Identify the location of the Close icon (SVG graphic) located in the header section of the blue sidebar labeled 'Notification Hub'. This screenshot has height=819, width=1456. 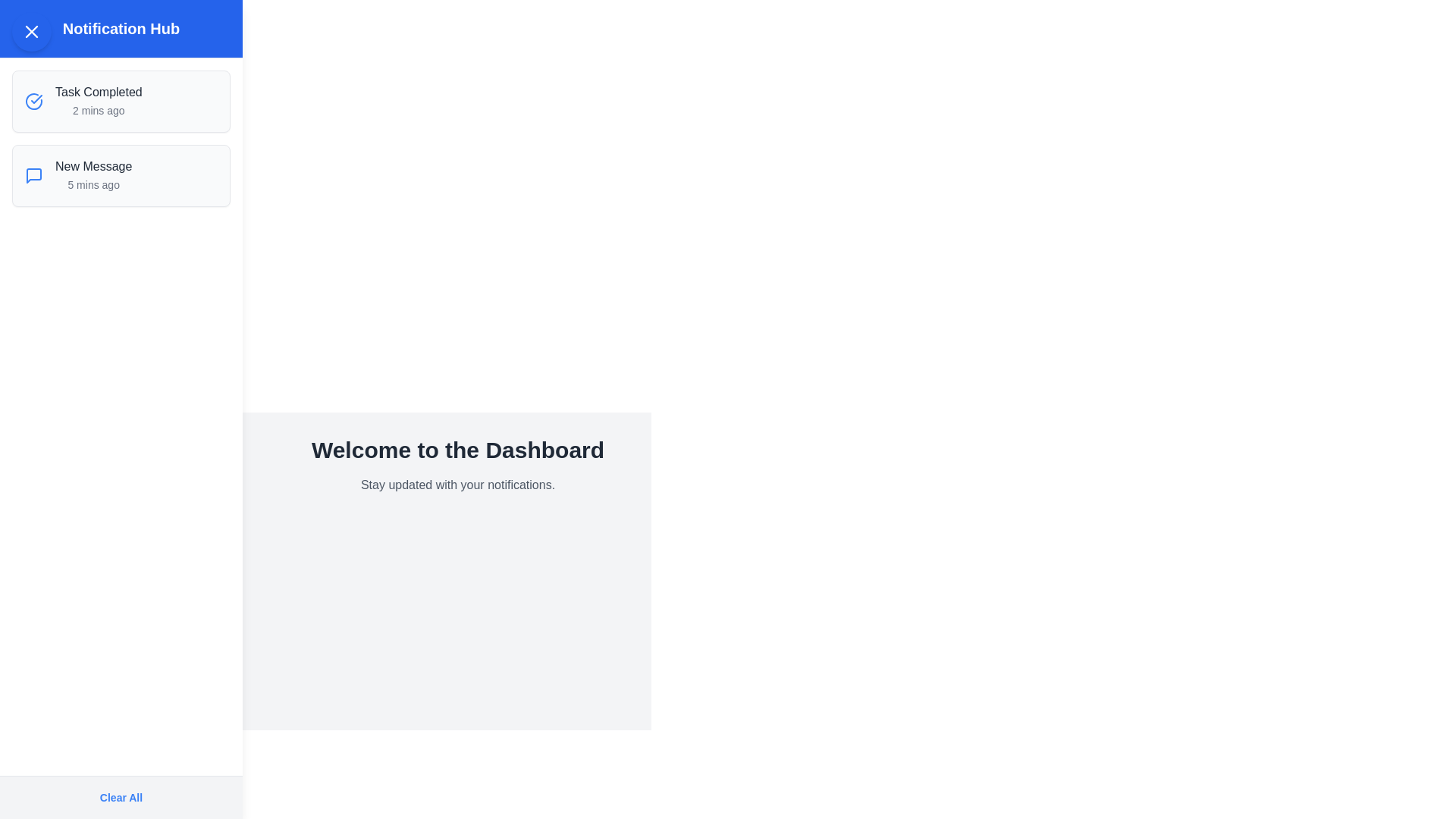
(32, 32).